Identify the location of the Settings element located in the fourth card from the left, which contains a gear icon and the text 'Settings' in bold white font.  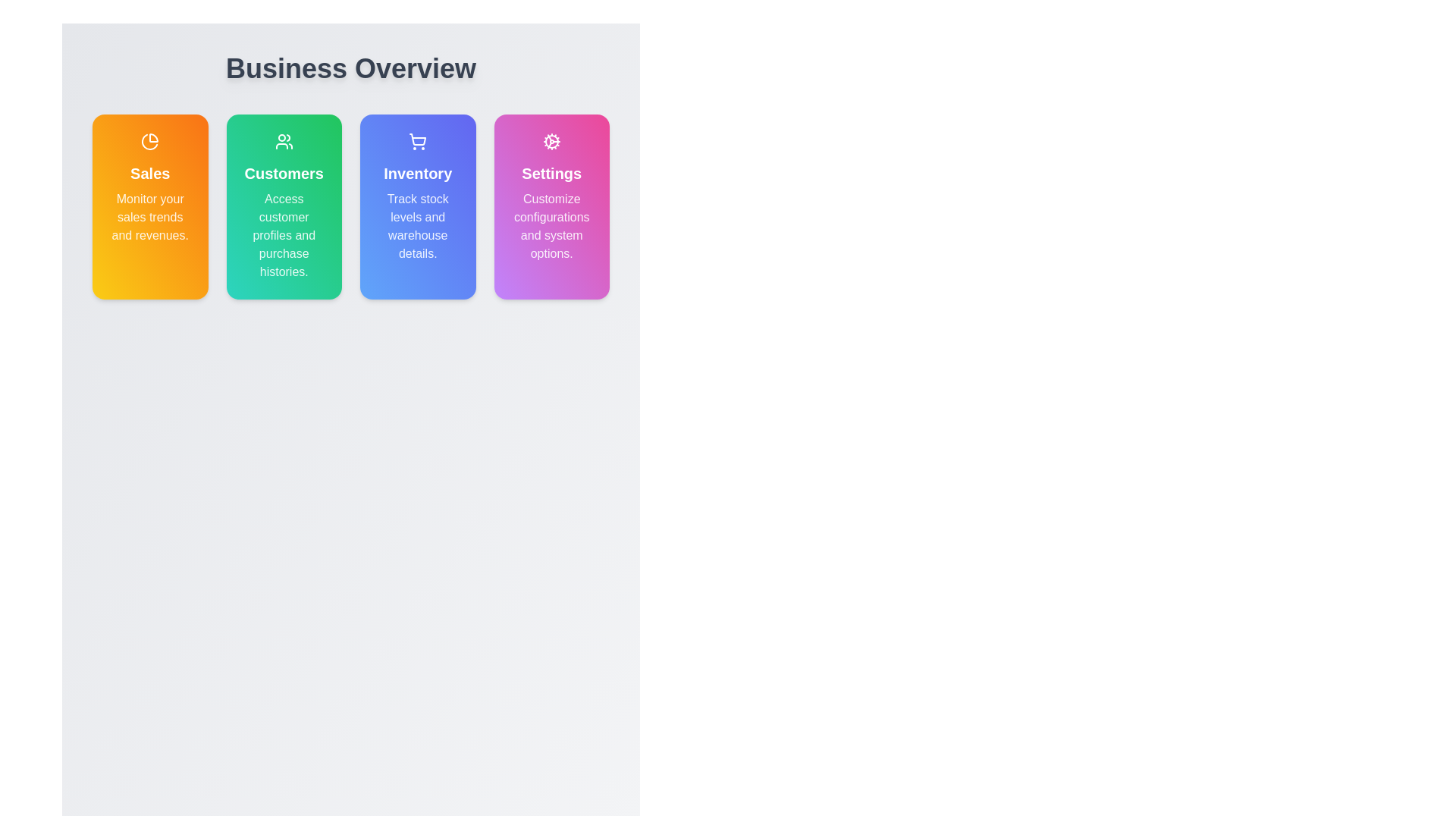
(551, 197).